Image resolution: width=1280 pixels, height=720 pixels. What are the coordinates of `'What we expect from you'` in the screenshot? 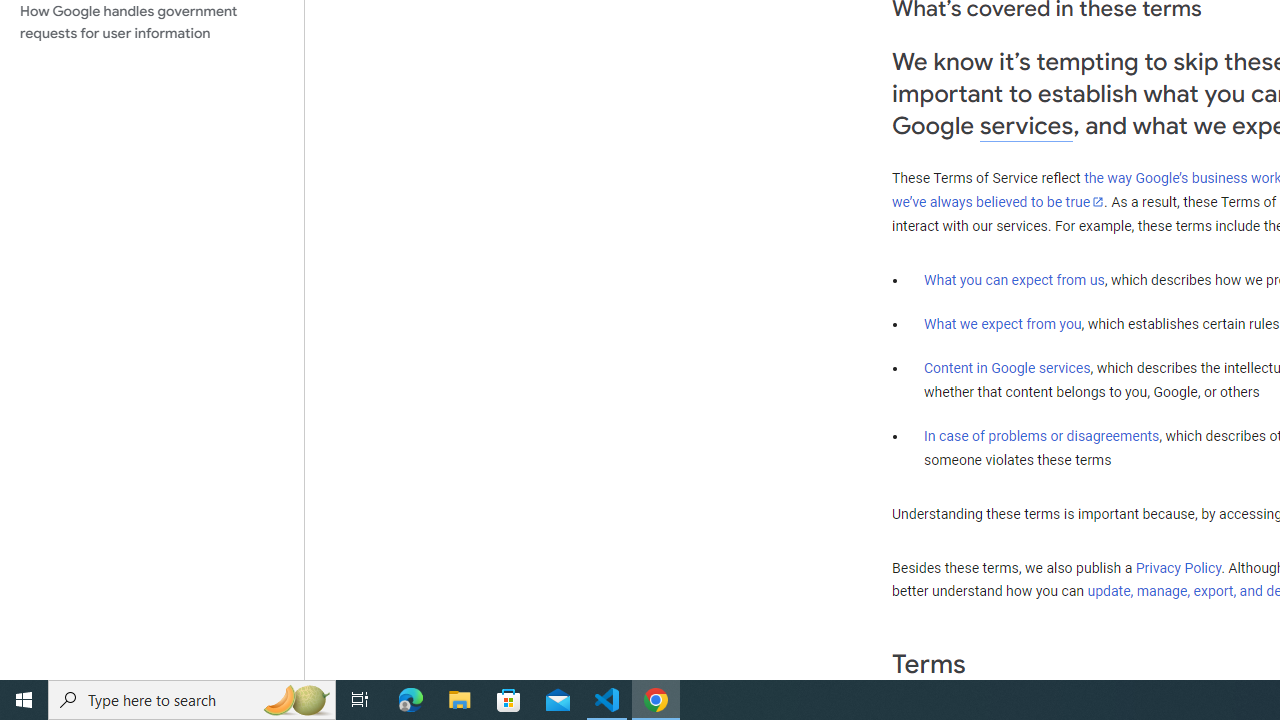 It's located at (1002, 323).